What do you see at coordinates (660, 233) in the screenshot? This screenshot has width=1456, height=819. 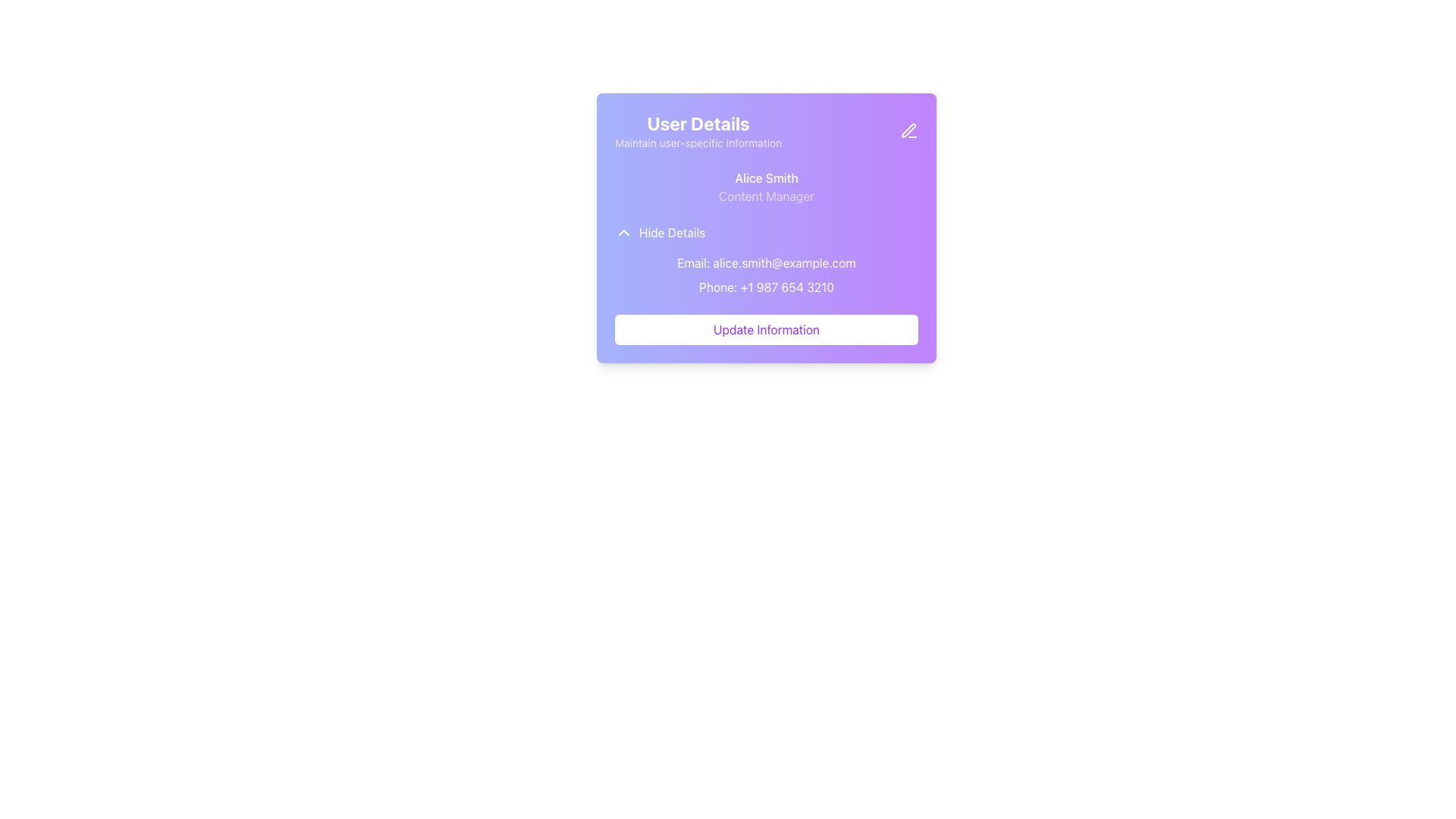 I see `the 'Hide Details' button, which is styled with a purple theme and includes an upward chevron icon, to hide the details below the user's name and title` at bounding box center [660, 233].